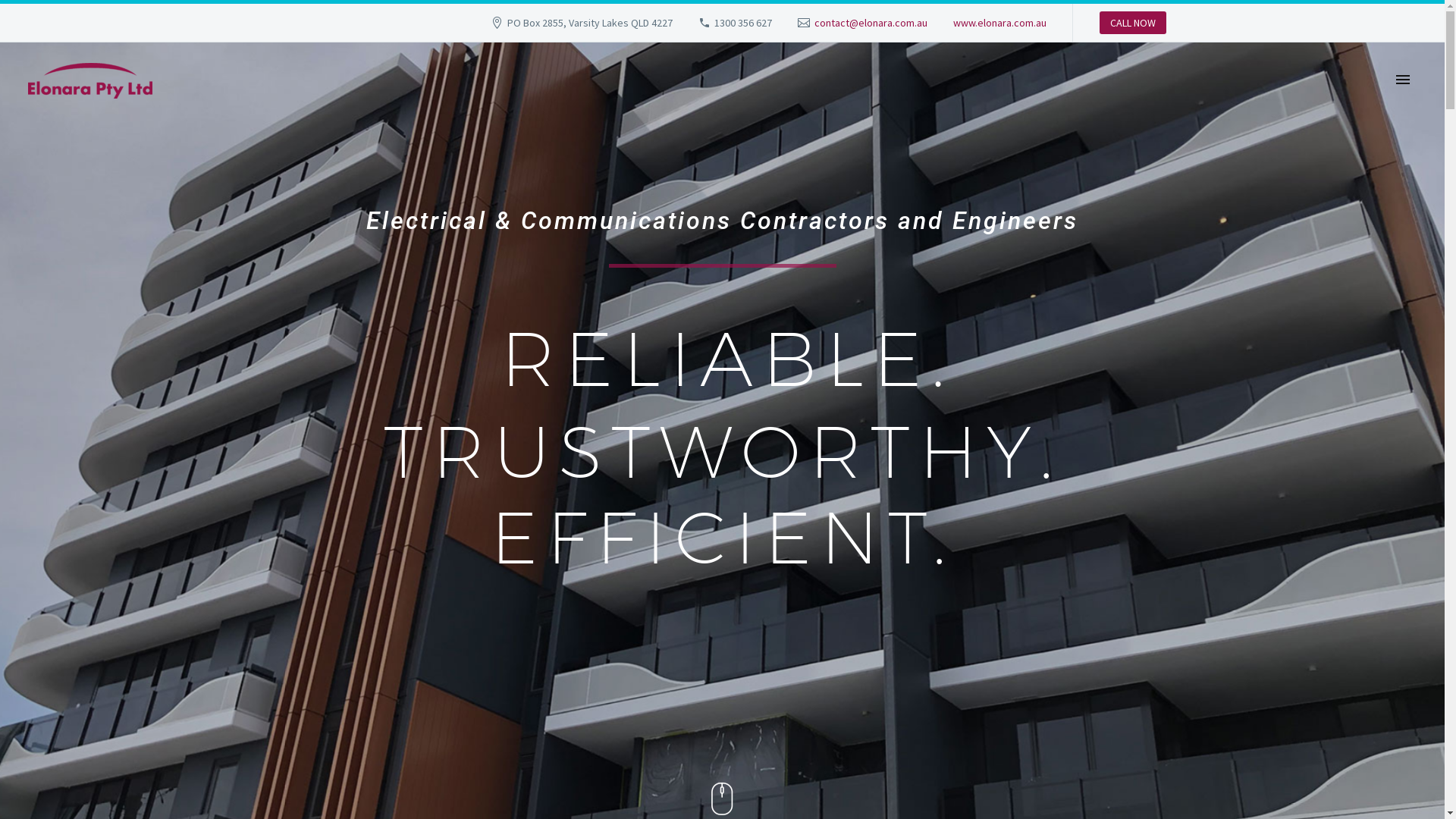 This screenshot has width=1456, height=819. What do you see at coordinates (1132, 23) in the screenshot?
I see `'CALL NOW'` at bounding box center [1132, 23].